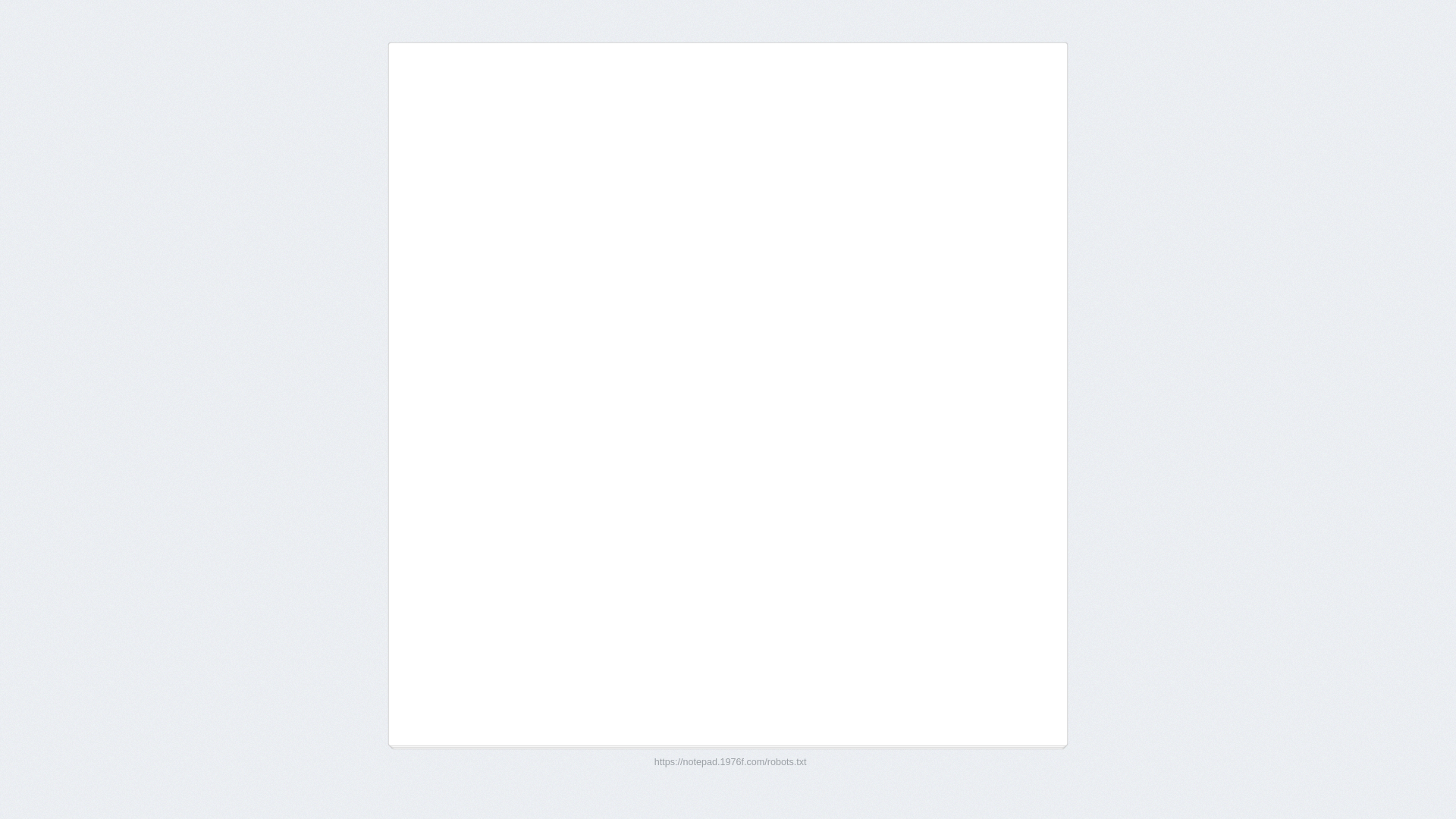  I want to click on 'https://notepad.1976f.com/robots.txt', so click(730, 762).